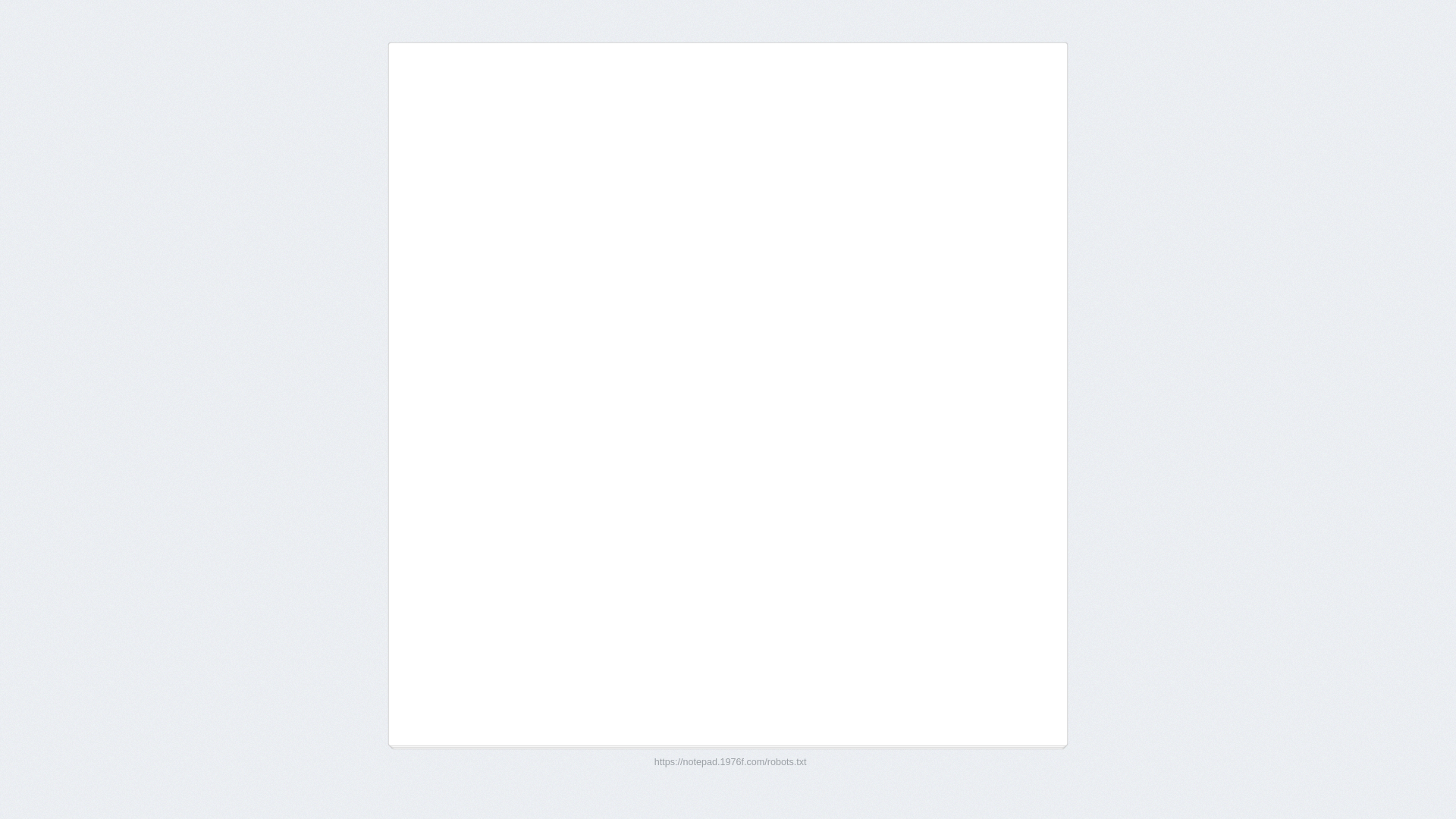  I want to click on 'https://notepad.1976f.com/robots.txt', so click(730, 762).